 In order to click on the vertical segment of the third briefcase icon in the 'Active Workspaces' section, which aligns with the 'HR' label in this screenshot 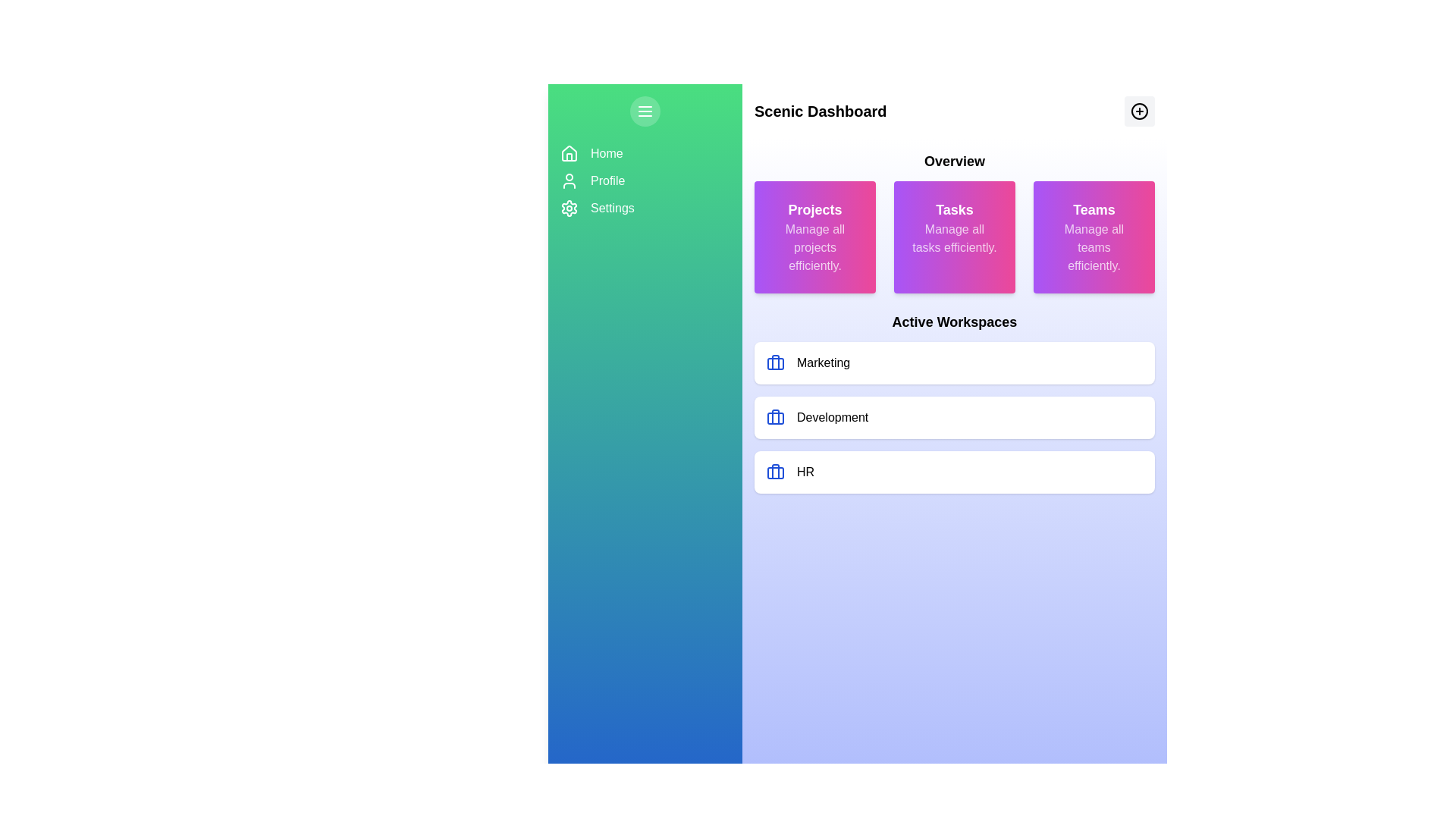, I will do `click(775, 470)`.